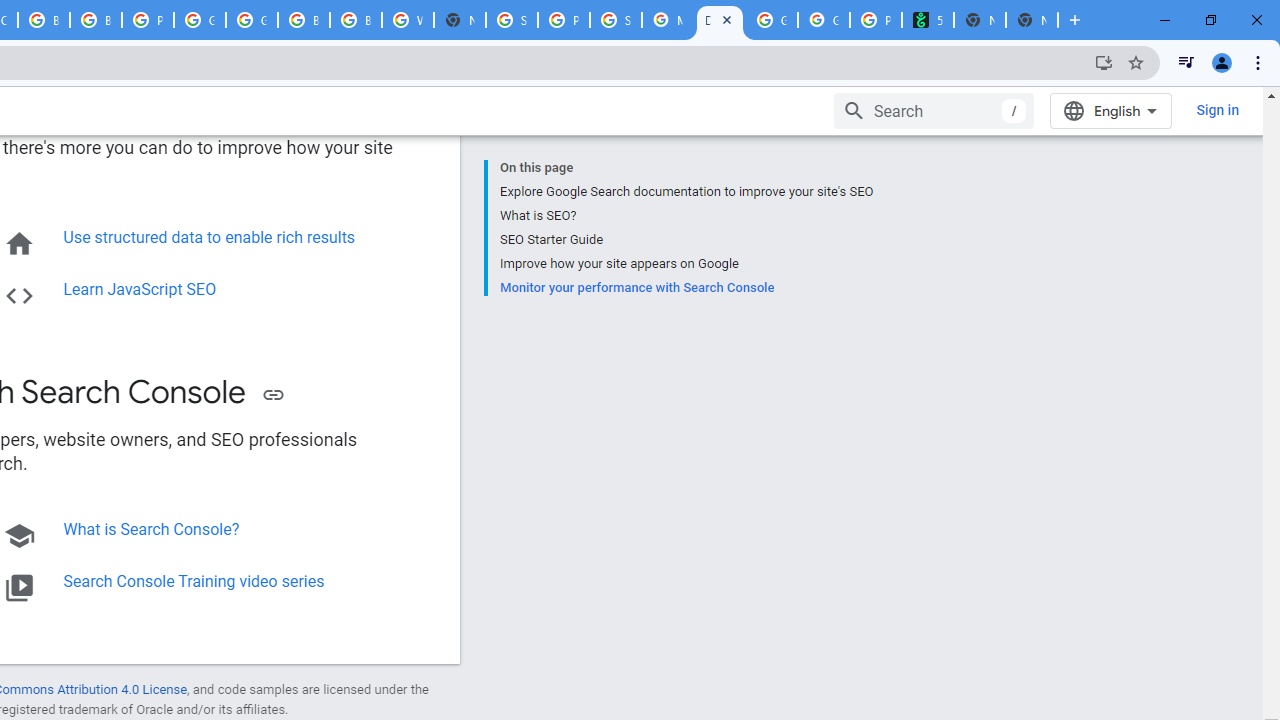 The width and height of the screenshot is (1280, 720). What do you see at coordinates (209, 236) in the screenshot?
I see `'Use structured data to enable rich results'` at bounding box center [209, 236].